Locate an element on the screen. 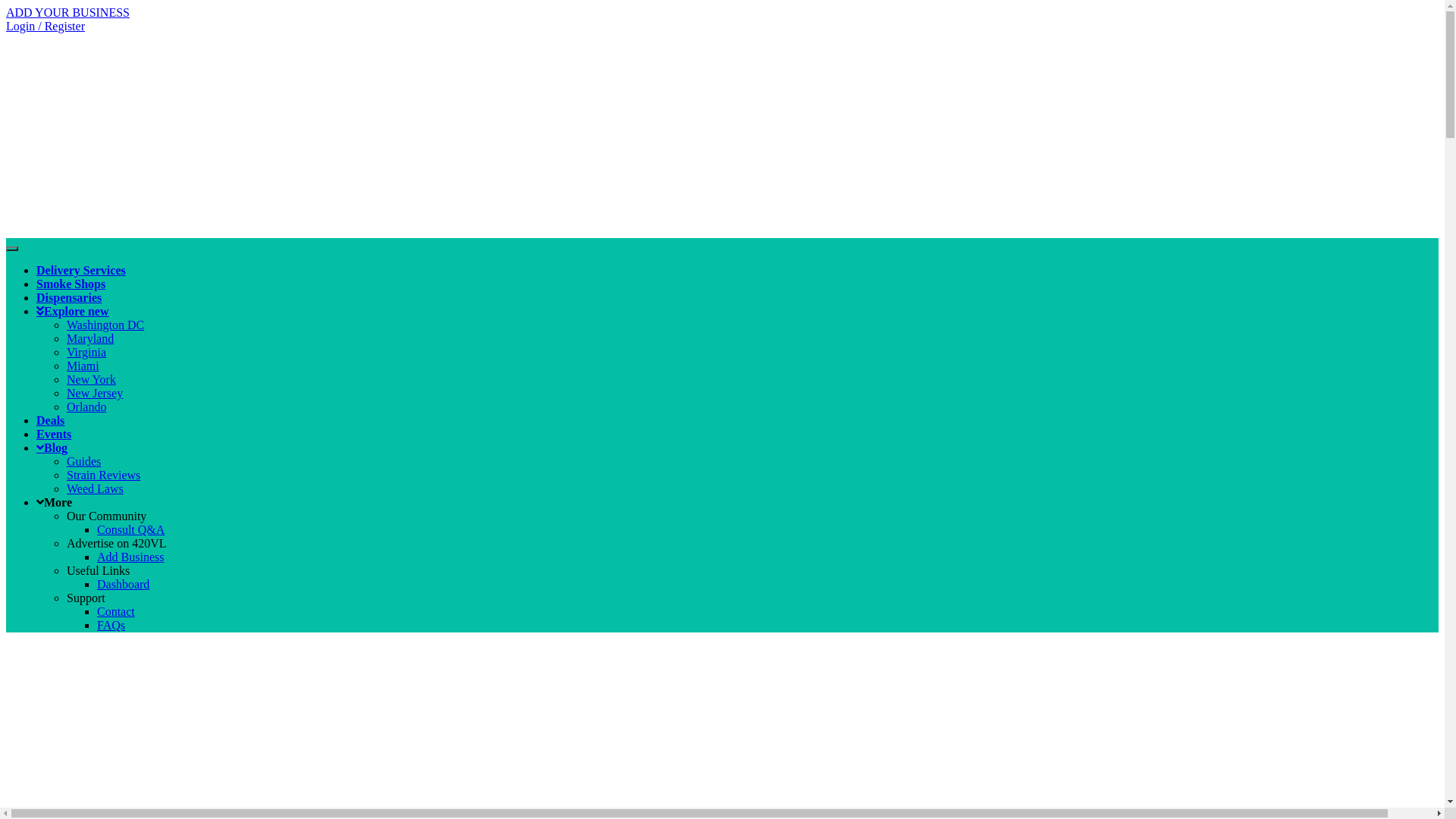 This screenshot has height=819, width=1456. 'Dispensaries' is located at coordinates (36, 297).